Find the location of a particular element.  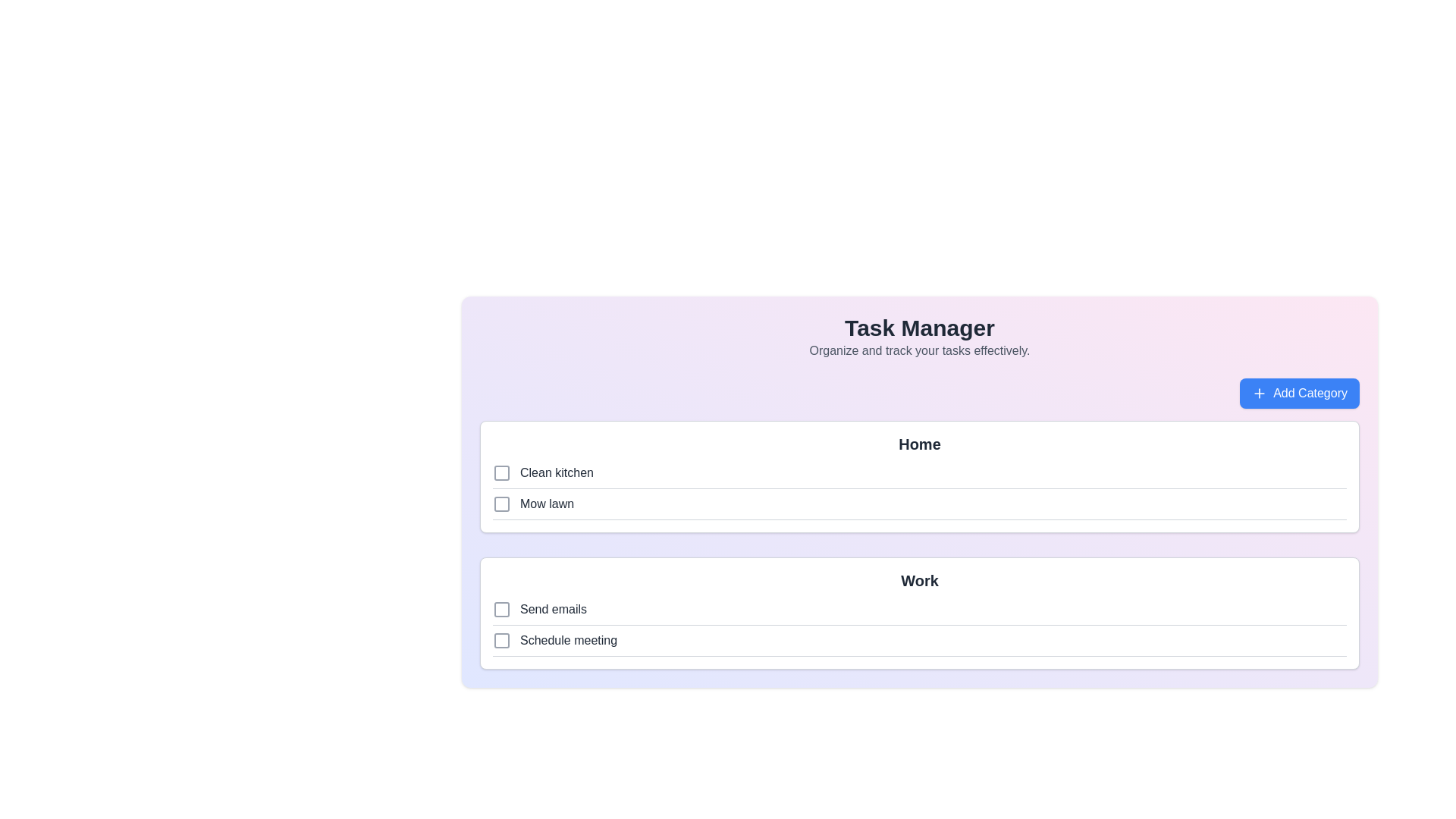

the checkbox associated with the task 'Mow lawn' is located at coordinates (502, 504).